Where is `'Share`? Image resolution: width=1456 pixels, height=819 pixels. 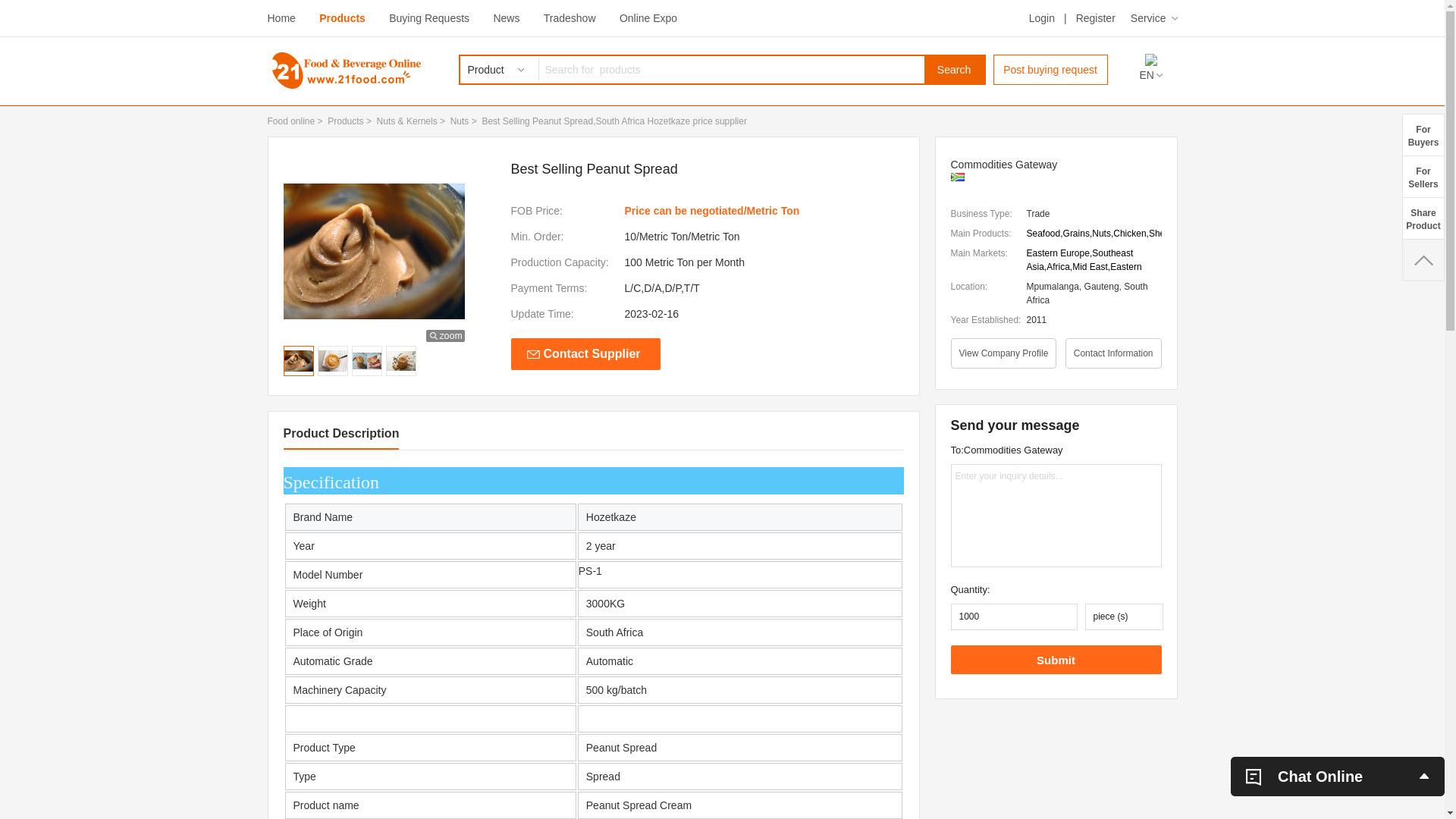
'Share is located at coordinates (1401, 218).